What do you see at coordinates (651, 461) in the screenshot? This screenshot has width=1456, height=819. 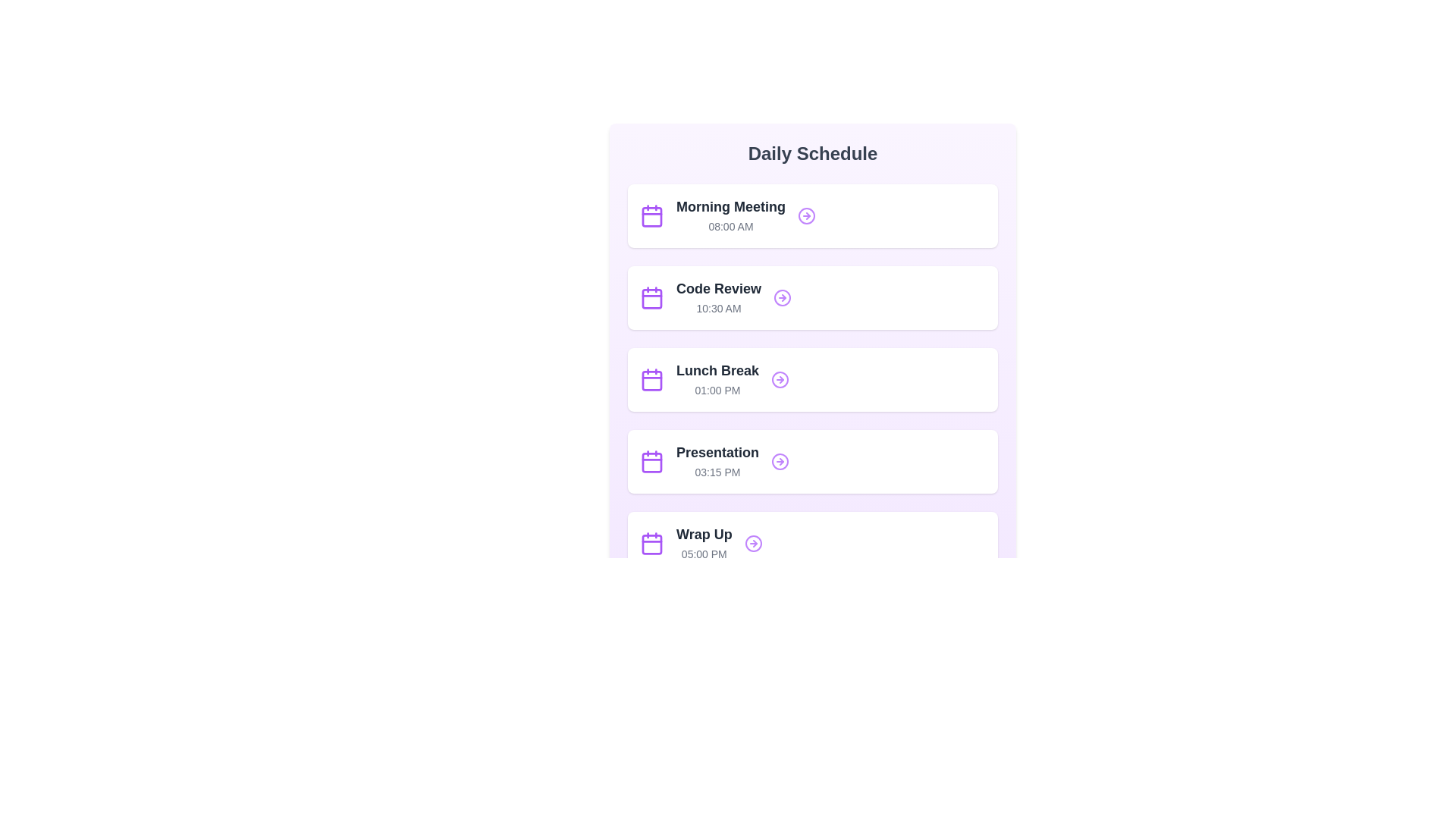 I see `the decorative visual component of the calendar icon representing the 'Presentation' event in the schedule interface, which is the fourth item in the vertical stack` at bounding box center [651, 461].